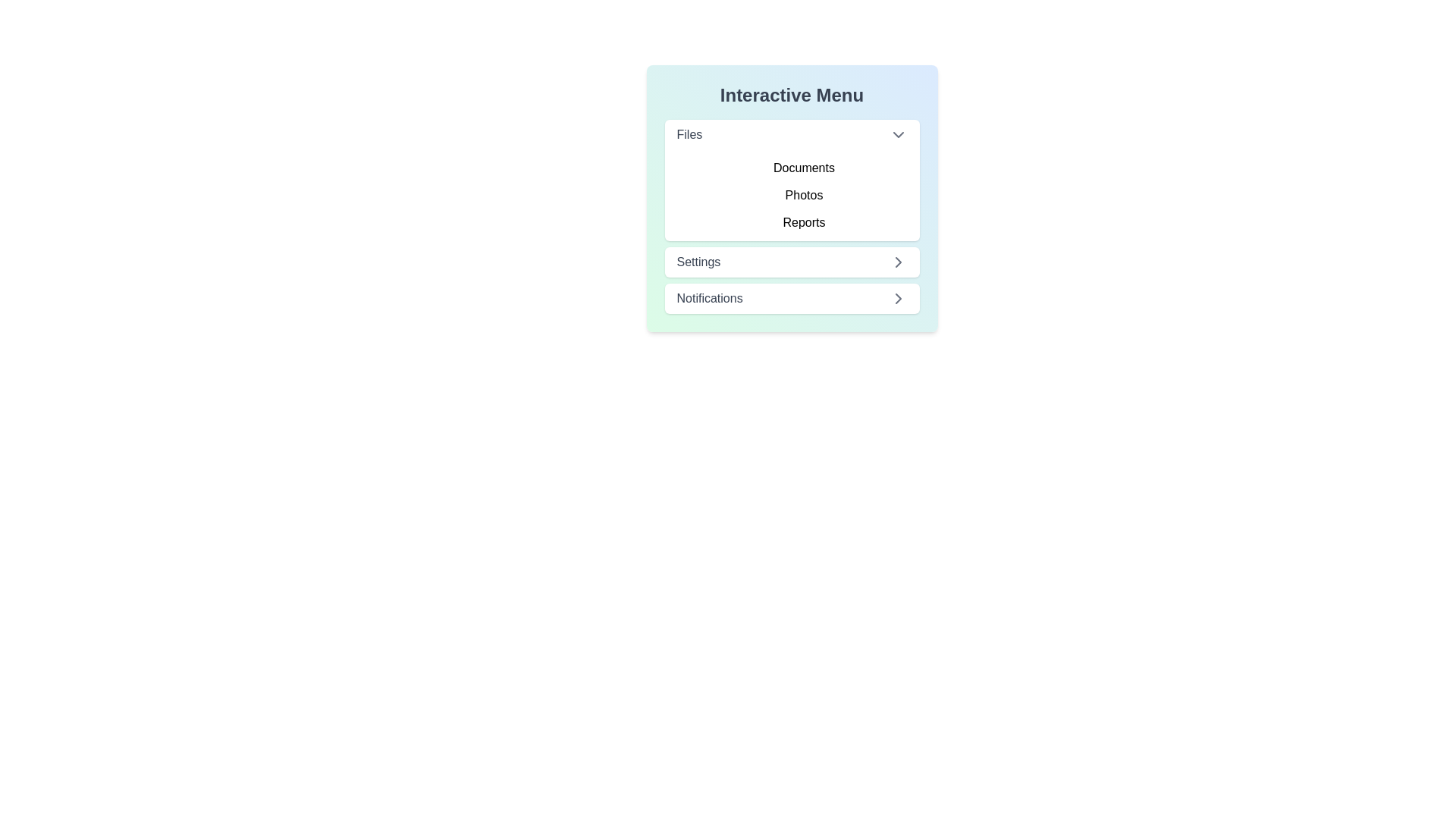 The height and width of the screenshot is (819, 1456). Describe the element at coordinates (898, 262) in the screenshot. I see `the icon located immediately to the right of the 'Settings' text label in the 'Interactive Menu'` at that location.